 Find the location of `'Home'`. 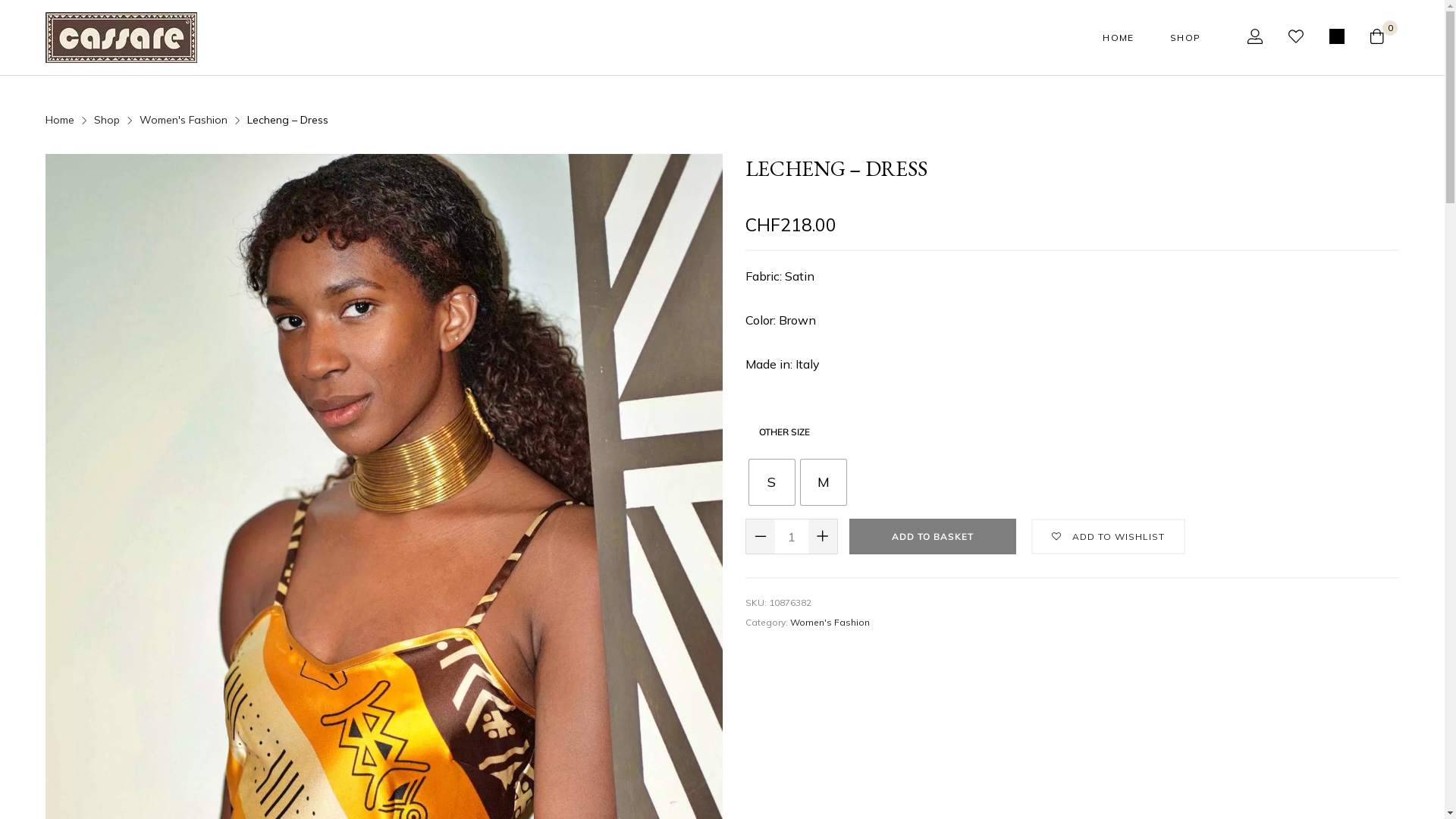

'Home' is located at coordinates (45, 119).